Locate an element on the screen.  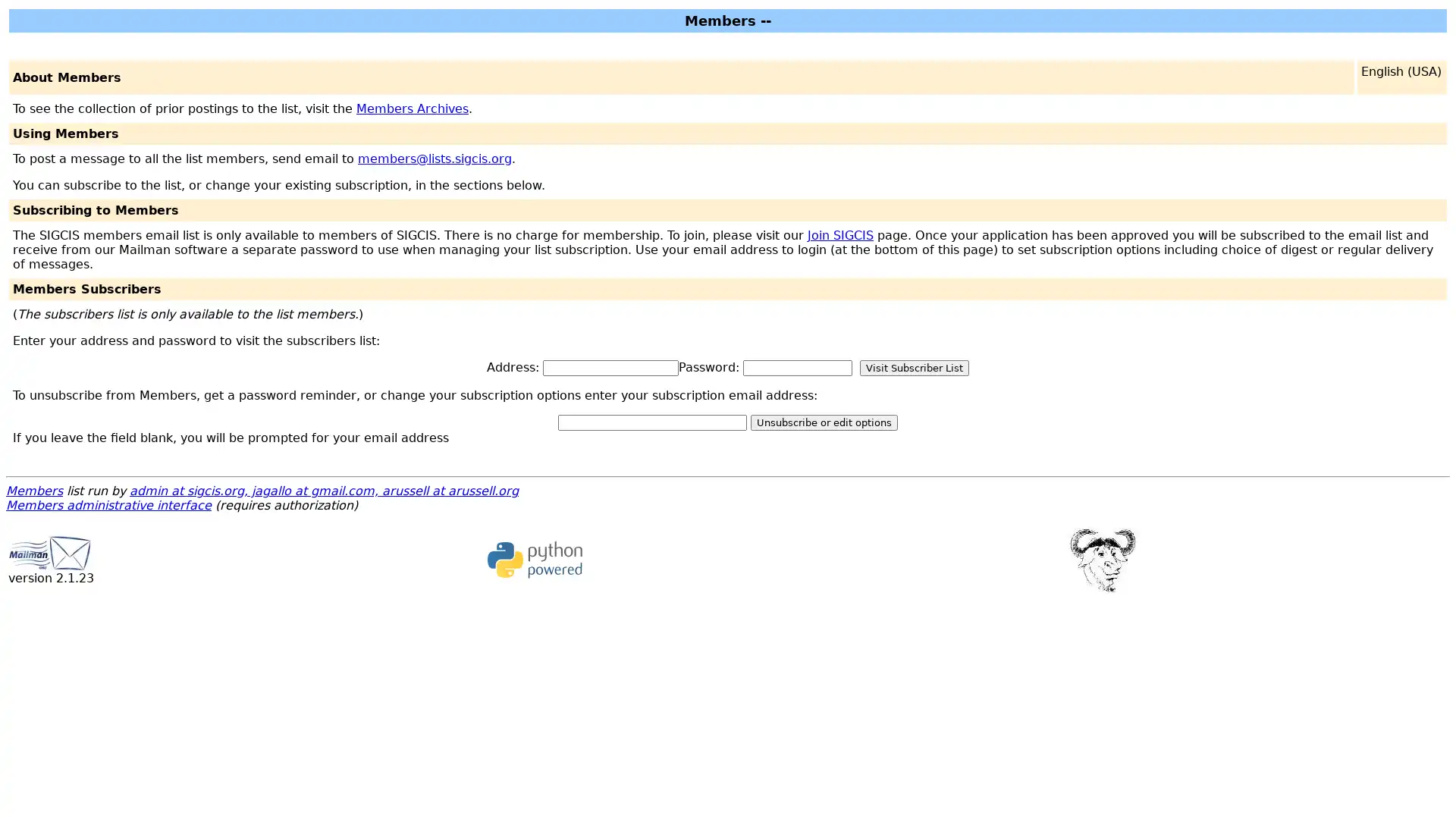
Visit Subscriber List is located at coordinates (913, 368).